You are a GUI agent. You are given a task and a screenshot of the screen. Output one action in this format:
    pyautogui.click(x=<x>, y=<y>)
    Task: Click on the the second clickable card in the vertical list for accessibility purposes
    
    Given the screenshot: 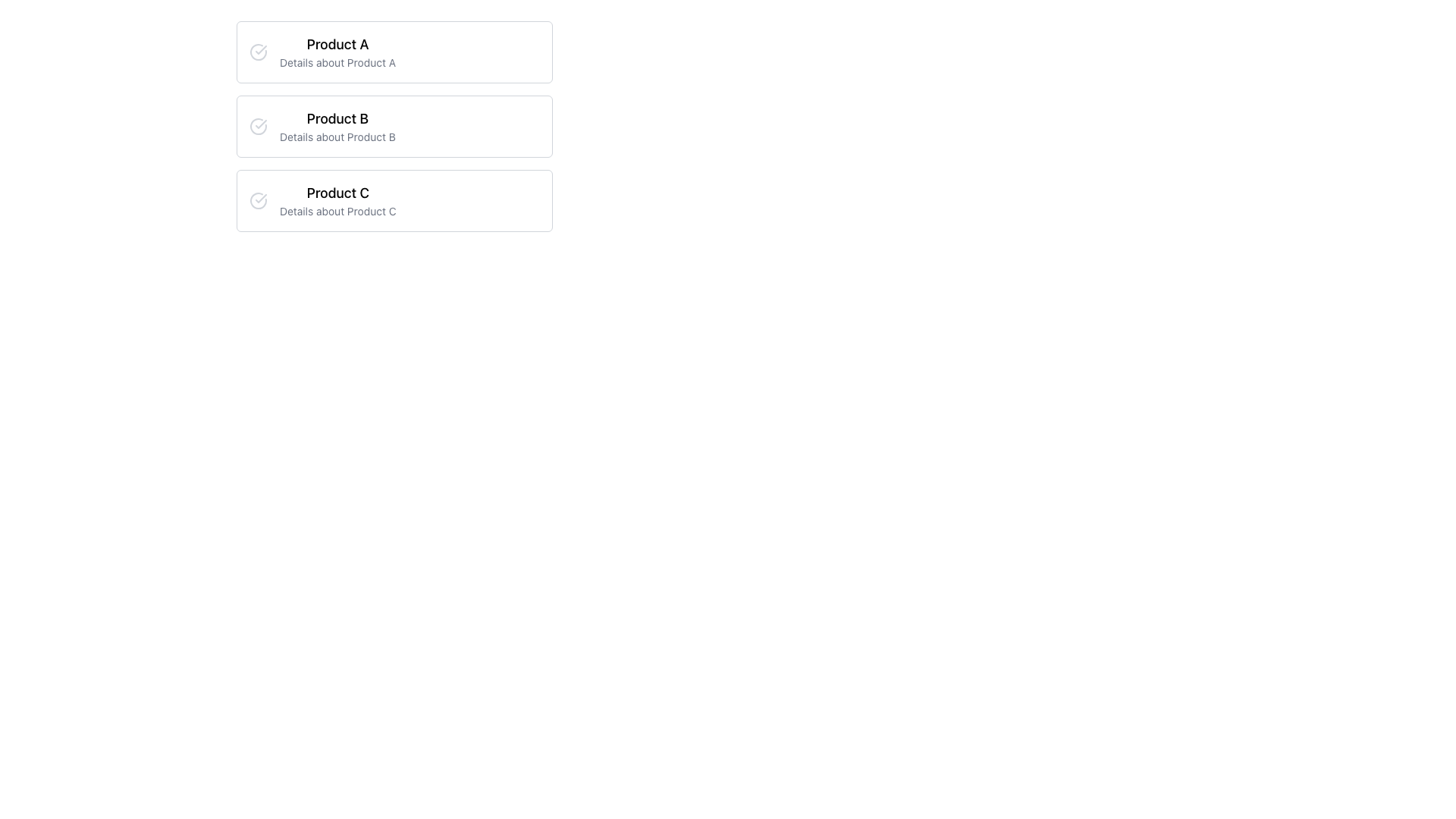 What is the action you would take?
    pyautogui.click(x=394, y=125)
    